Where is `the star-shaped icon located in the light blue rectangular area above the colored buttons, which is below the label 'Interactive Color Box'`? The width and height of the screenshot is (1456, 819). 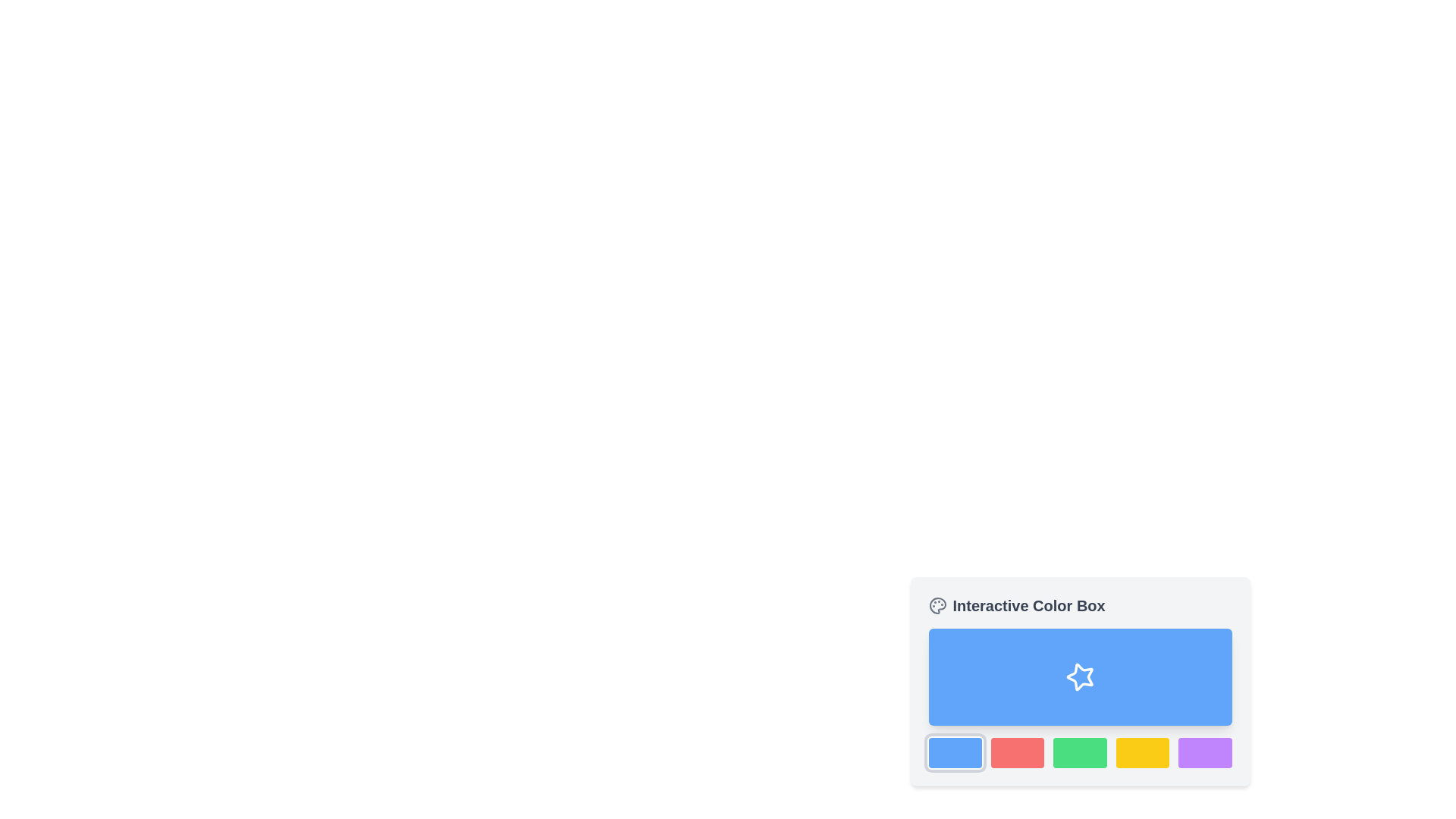 the star-shaped icon located in the light blue rectangular area above the colored buttons, which is below the label 'Interactive Color Box' is located at coordinates (1079, 676).